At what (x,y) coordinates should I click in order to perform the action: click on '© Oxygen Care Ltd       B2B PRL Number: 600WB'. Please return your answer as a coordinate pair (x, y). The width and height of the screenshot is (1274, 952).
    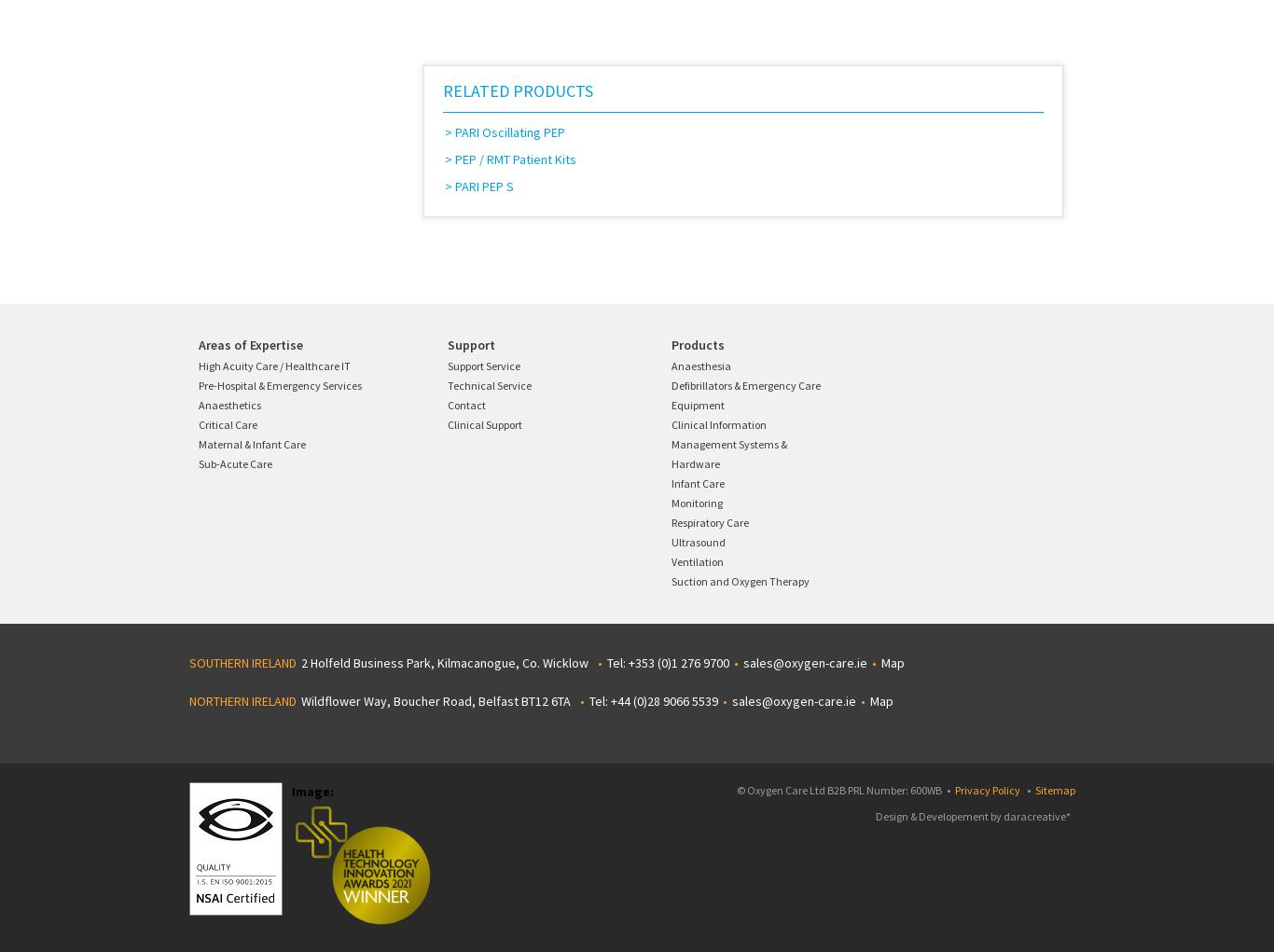
    Looking at the image, I should click on (838, 790).